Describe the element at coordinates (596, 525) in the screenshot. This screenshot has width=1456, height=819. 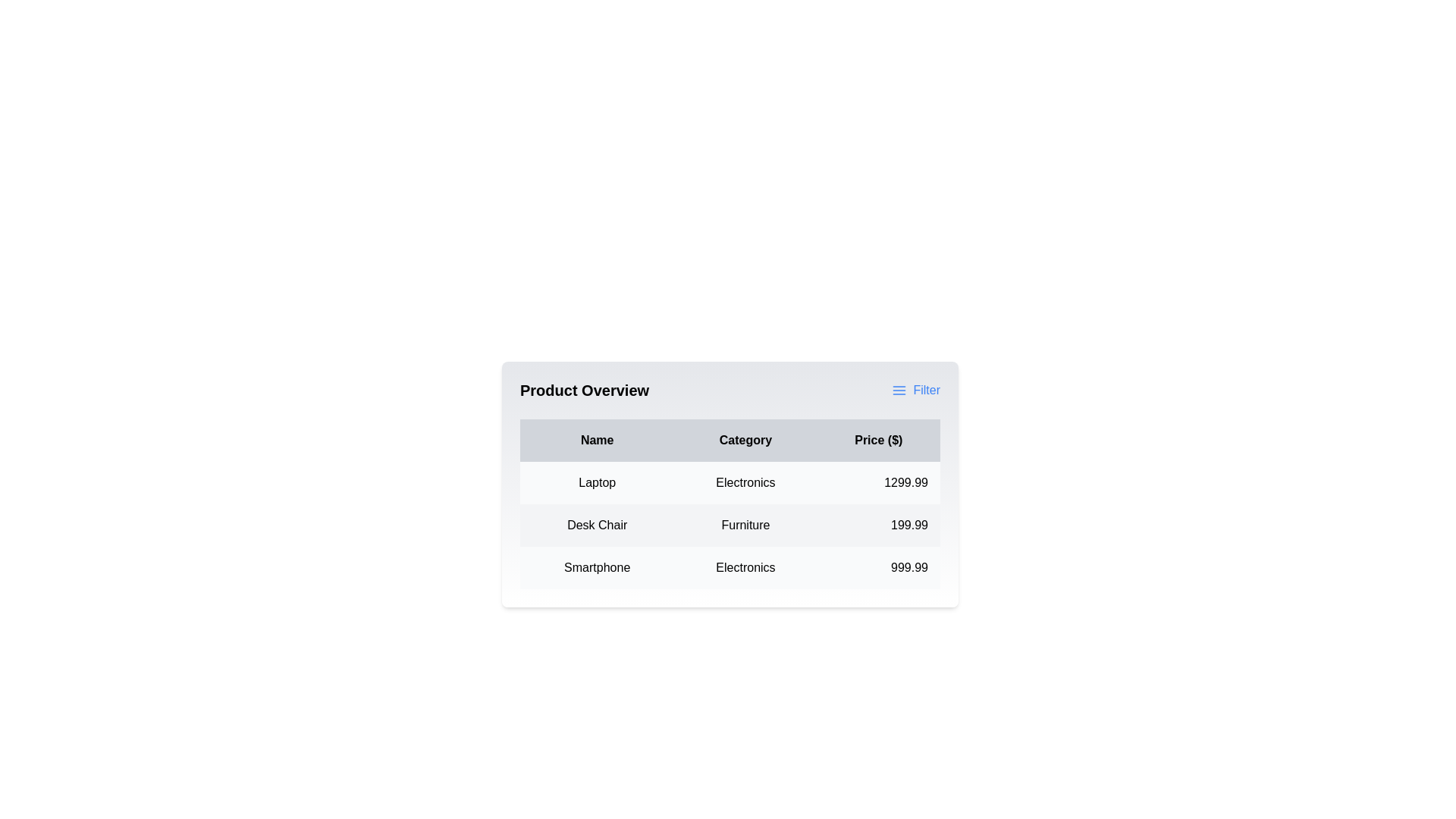
I see `the product name text label 'Desk Chair' located in the second row of the table under the 'Name' column` at that location.